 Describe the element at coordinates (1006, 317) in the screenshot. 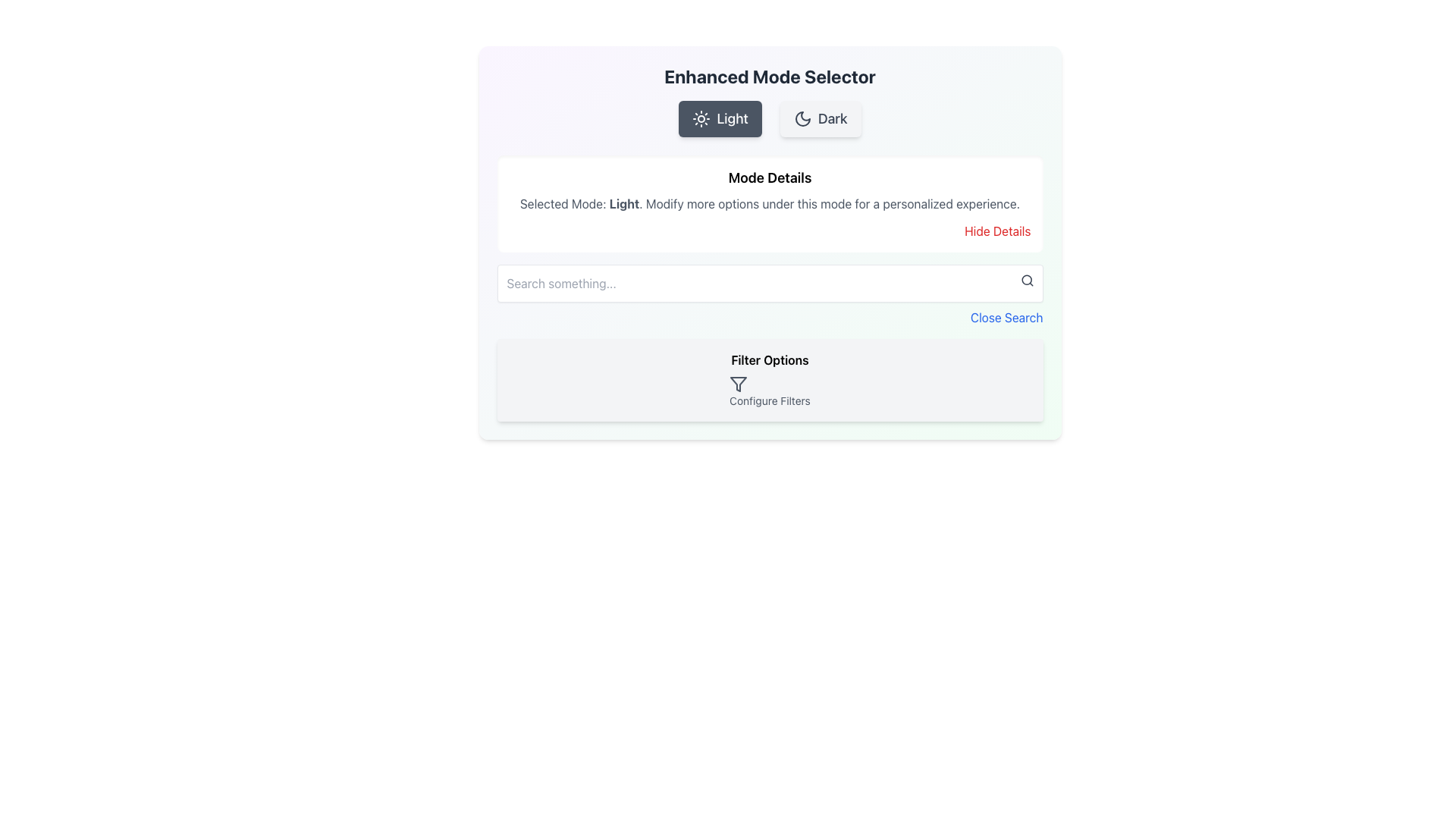

I see `the text-based hyperlink styled as a button labeled 'Close Search'` at that location.